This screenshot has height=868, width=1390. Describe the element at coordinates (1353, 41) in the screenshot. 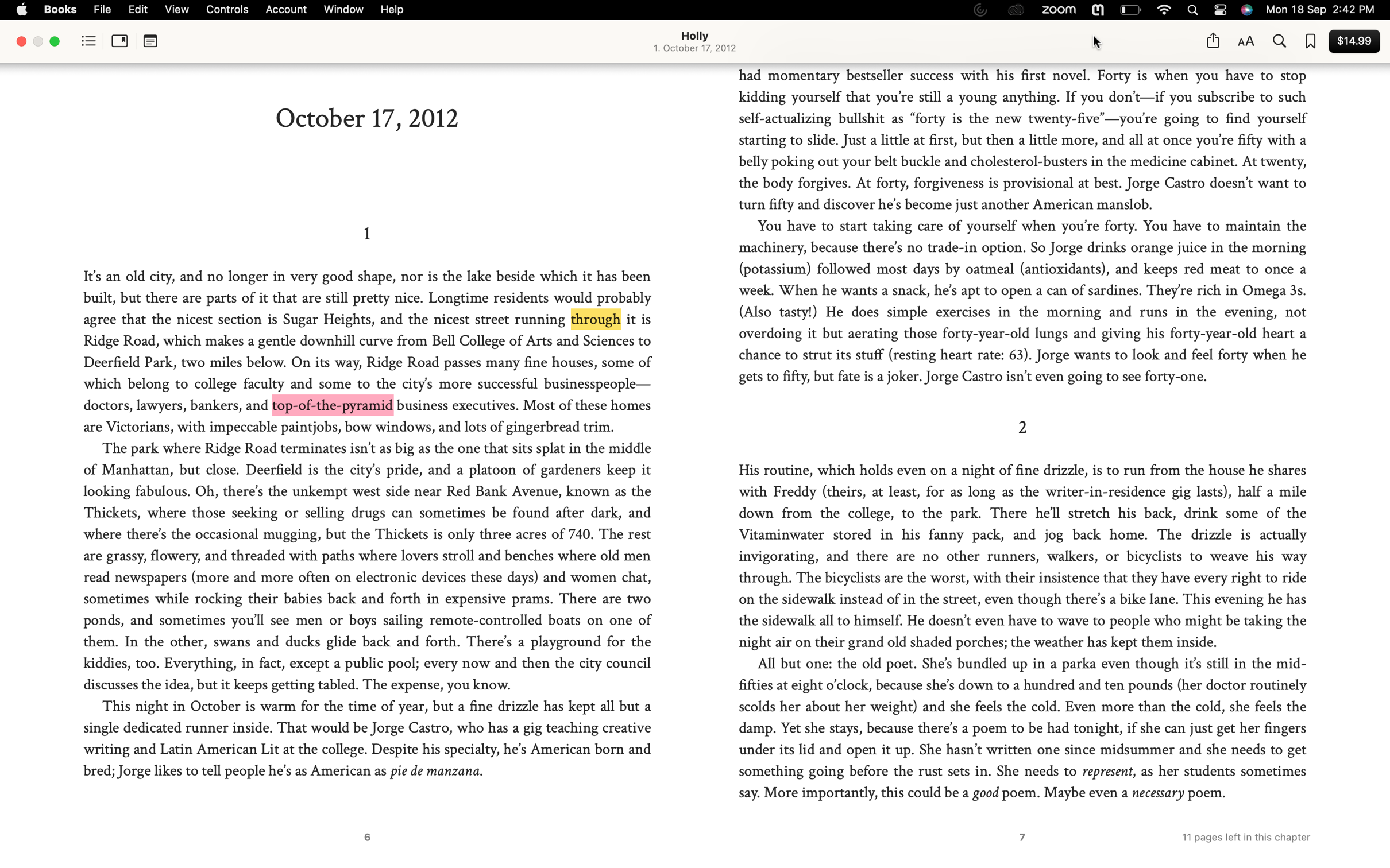

I see `Purchase the book presently selected` at that location.